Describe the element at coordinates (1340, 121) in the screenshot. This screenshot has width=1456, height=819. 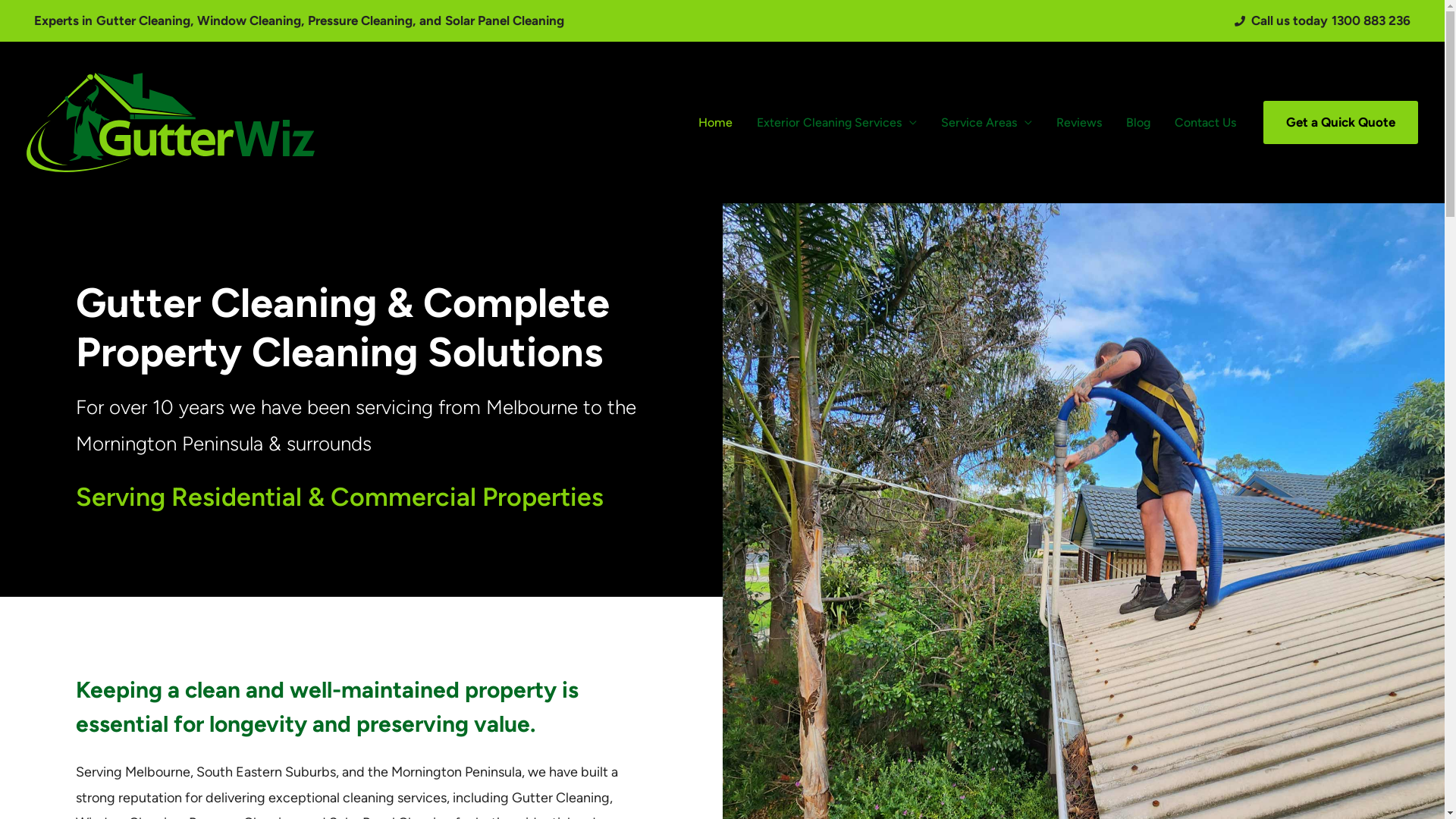
I see `'Get a Quick Quote'` at that location.